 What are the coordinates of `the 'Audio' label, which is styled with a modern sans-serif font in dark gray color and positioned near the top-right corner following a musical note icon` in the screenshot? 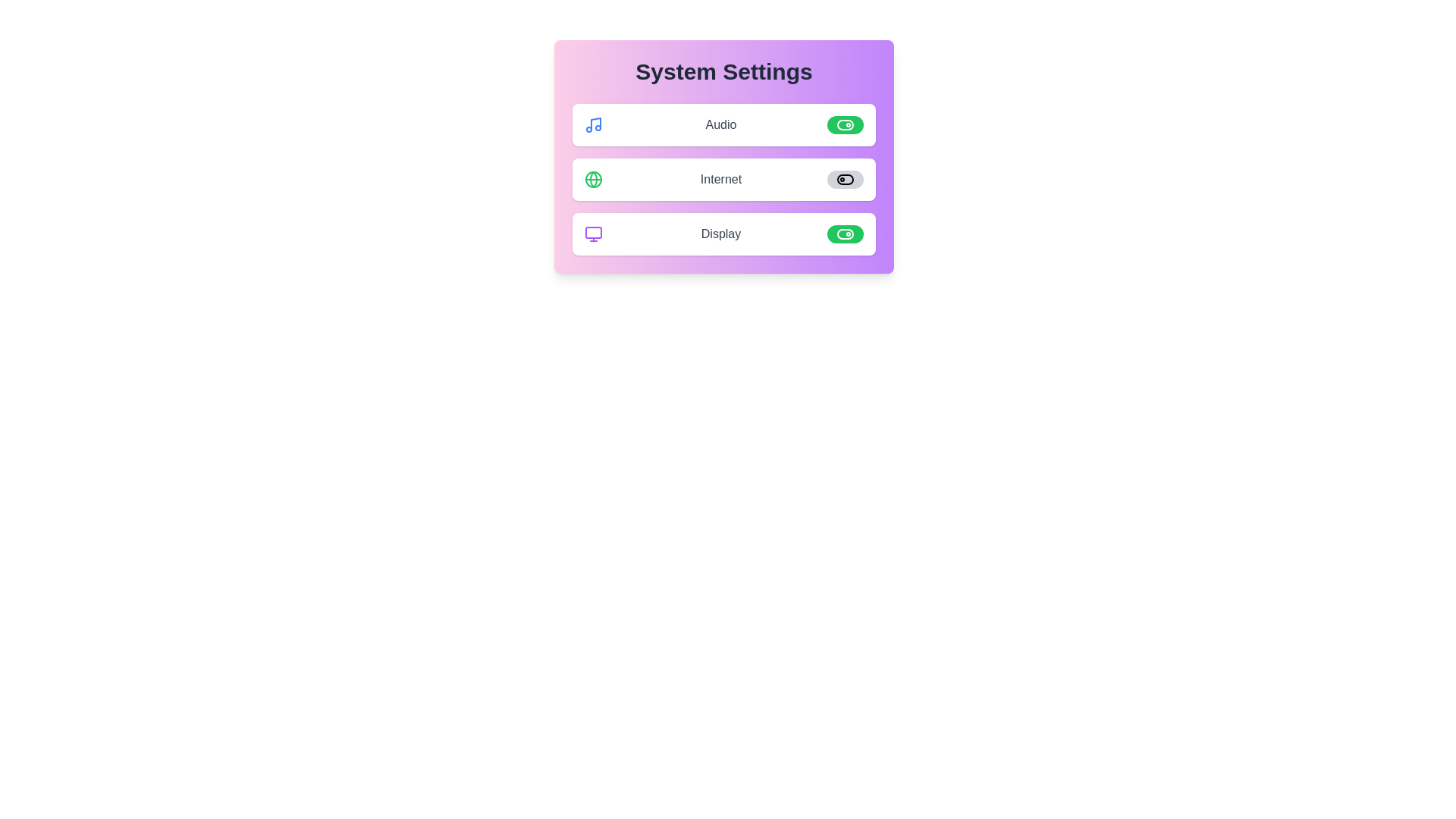 It's located at (720, 124).